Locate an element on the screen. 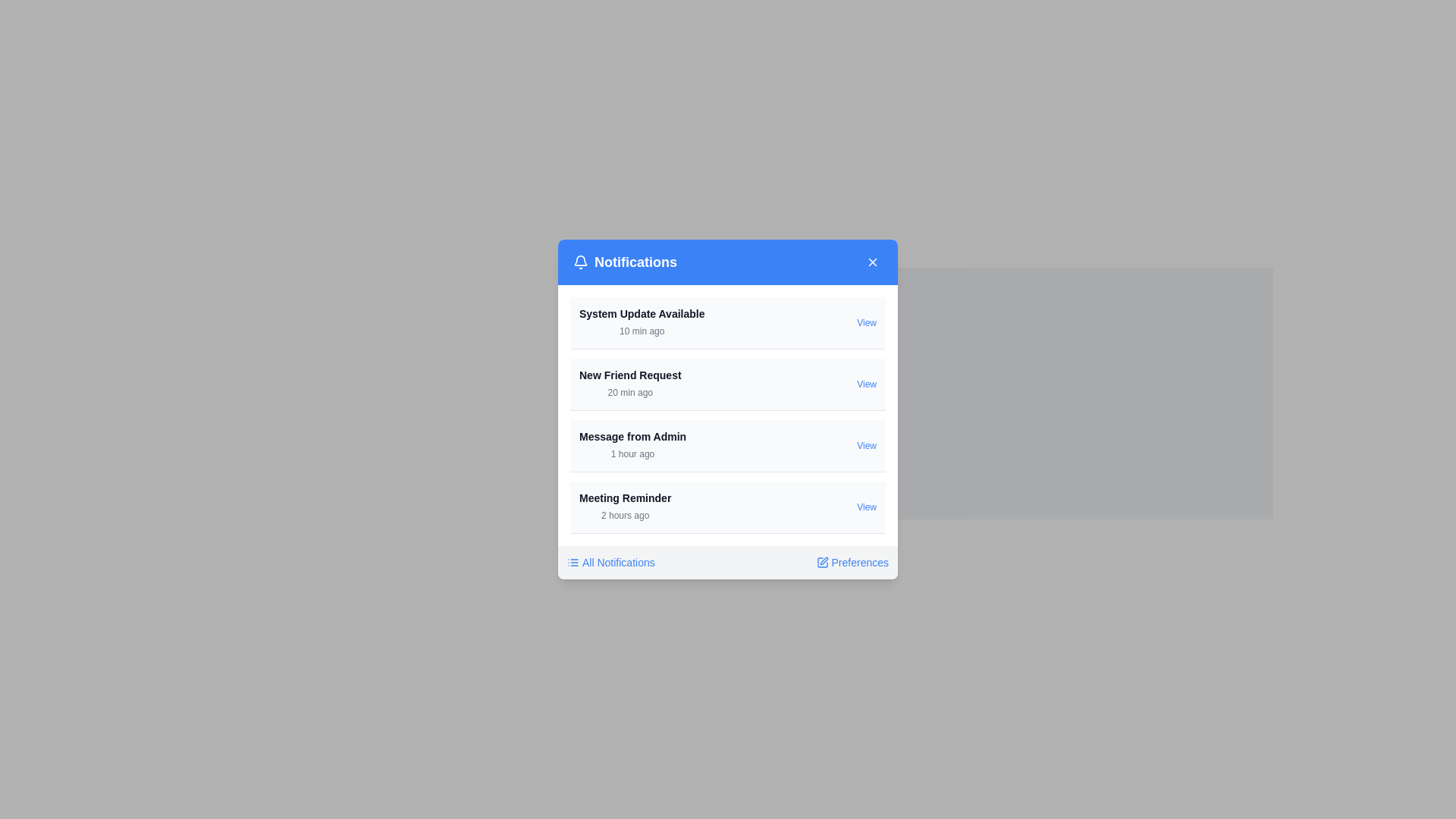 Image resolution: width=1456 pixels, height=819 pixels. the notification entry titled 'System Update Available' which is the first entry in the notifications list, located below the 'Notifications' header is located at coordinates (642, 322).